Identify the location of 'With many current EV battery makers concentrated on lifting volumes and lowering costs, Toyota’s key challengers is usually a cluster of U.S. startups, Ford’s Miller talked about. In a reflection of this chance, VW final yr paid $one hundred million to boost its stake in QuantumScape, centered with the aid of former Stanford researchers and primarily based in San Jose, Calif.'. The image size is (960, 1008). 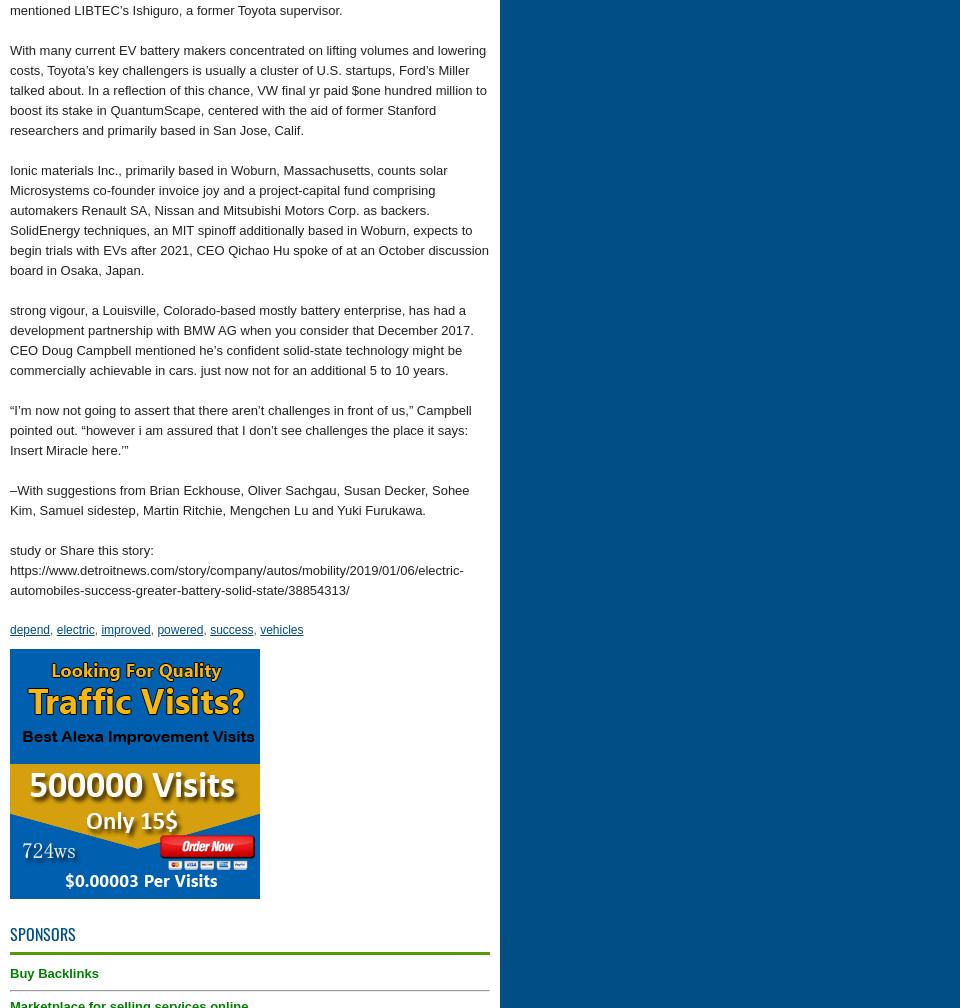
(246, 90).